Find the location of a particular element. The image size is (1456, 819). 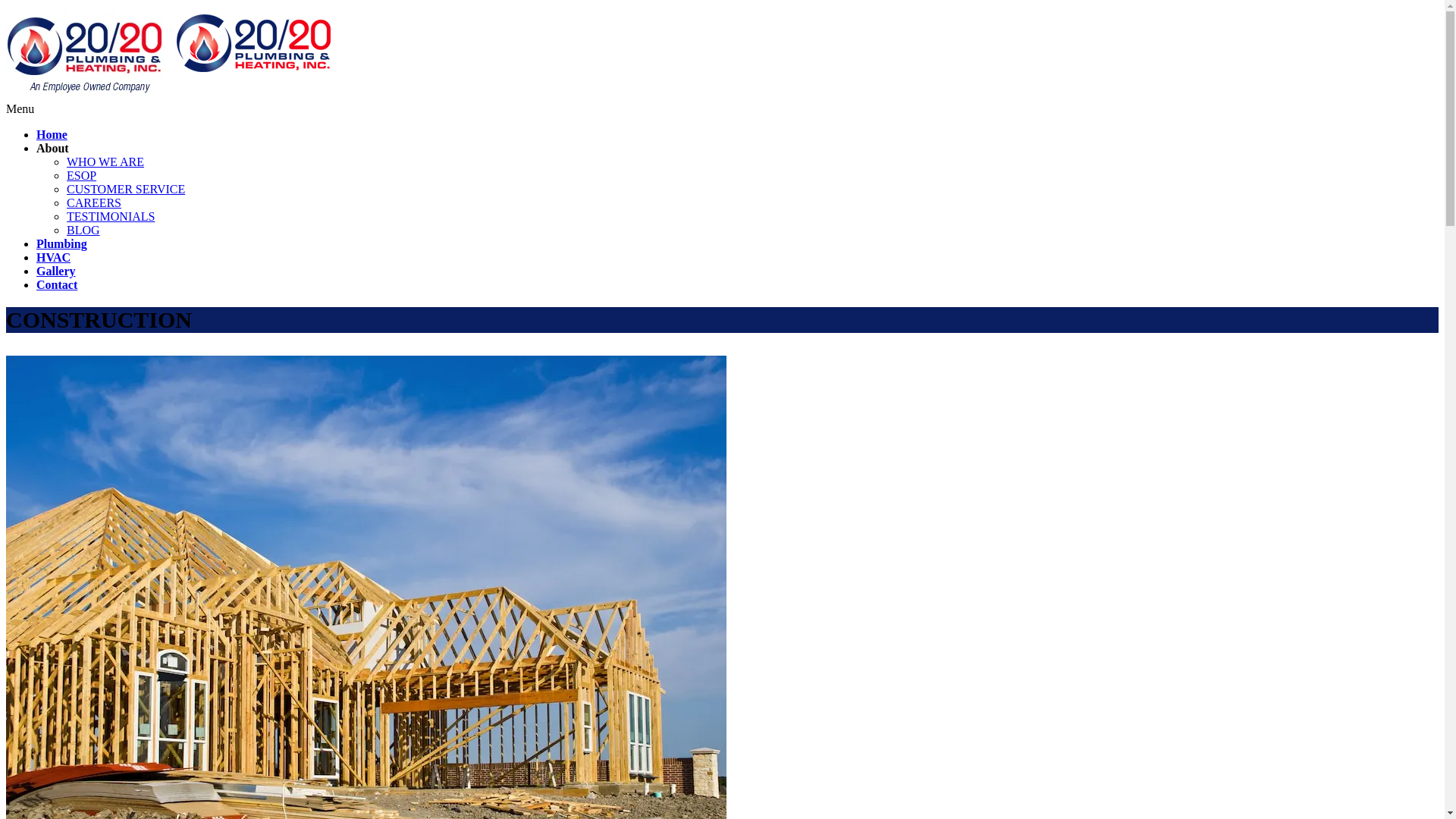

'Gallery' is located at coordinates (55, 270).